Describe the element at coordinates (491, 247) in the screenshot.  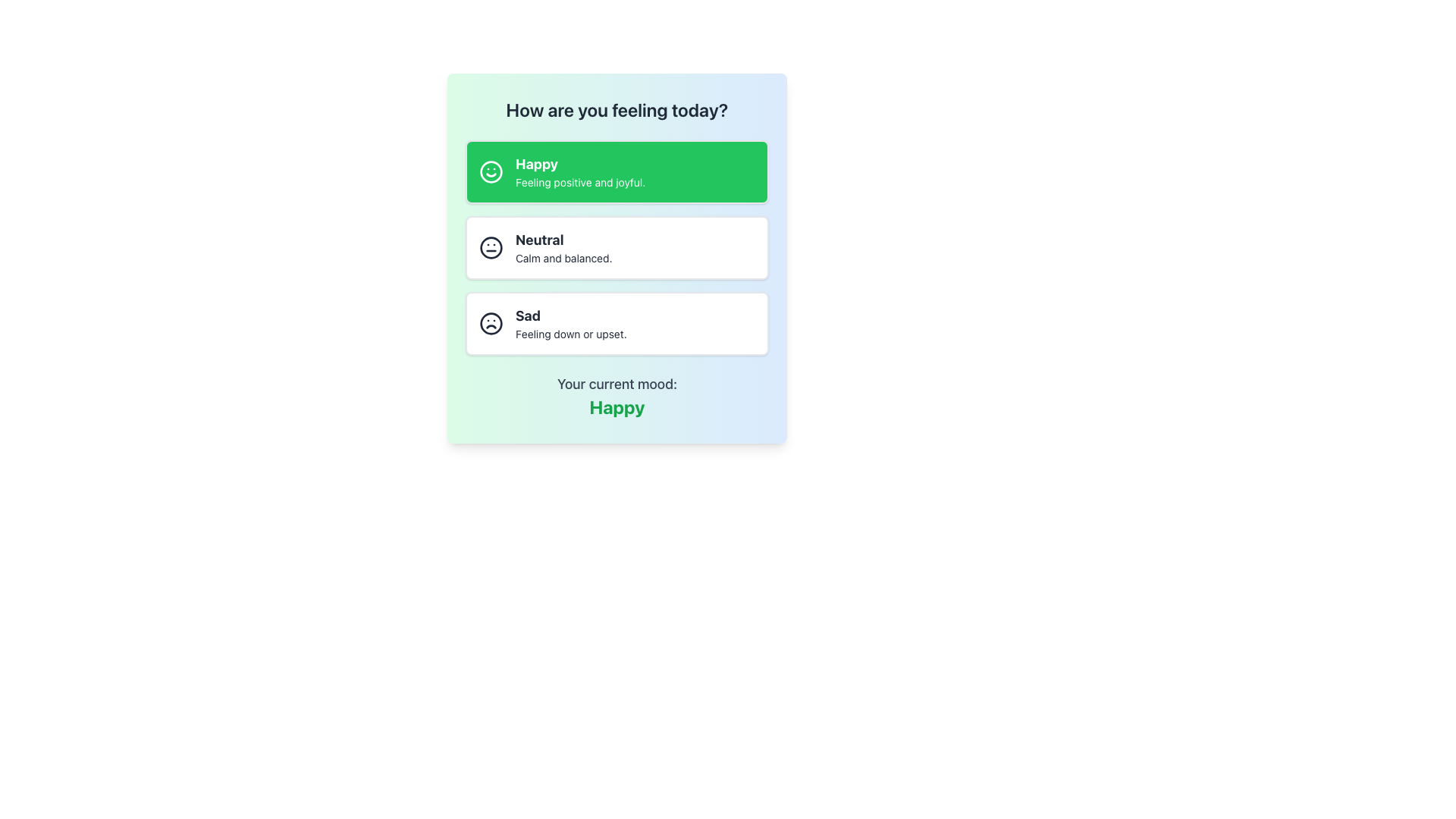
I see `the circular neutral face icon located to the left of the 'Neutral' description in the middle card` at that location.